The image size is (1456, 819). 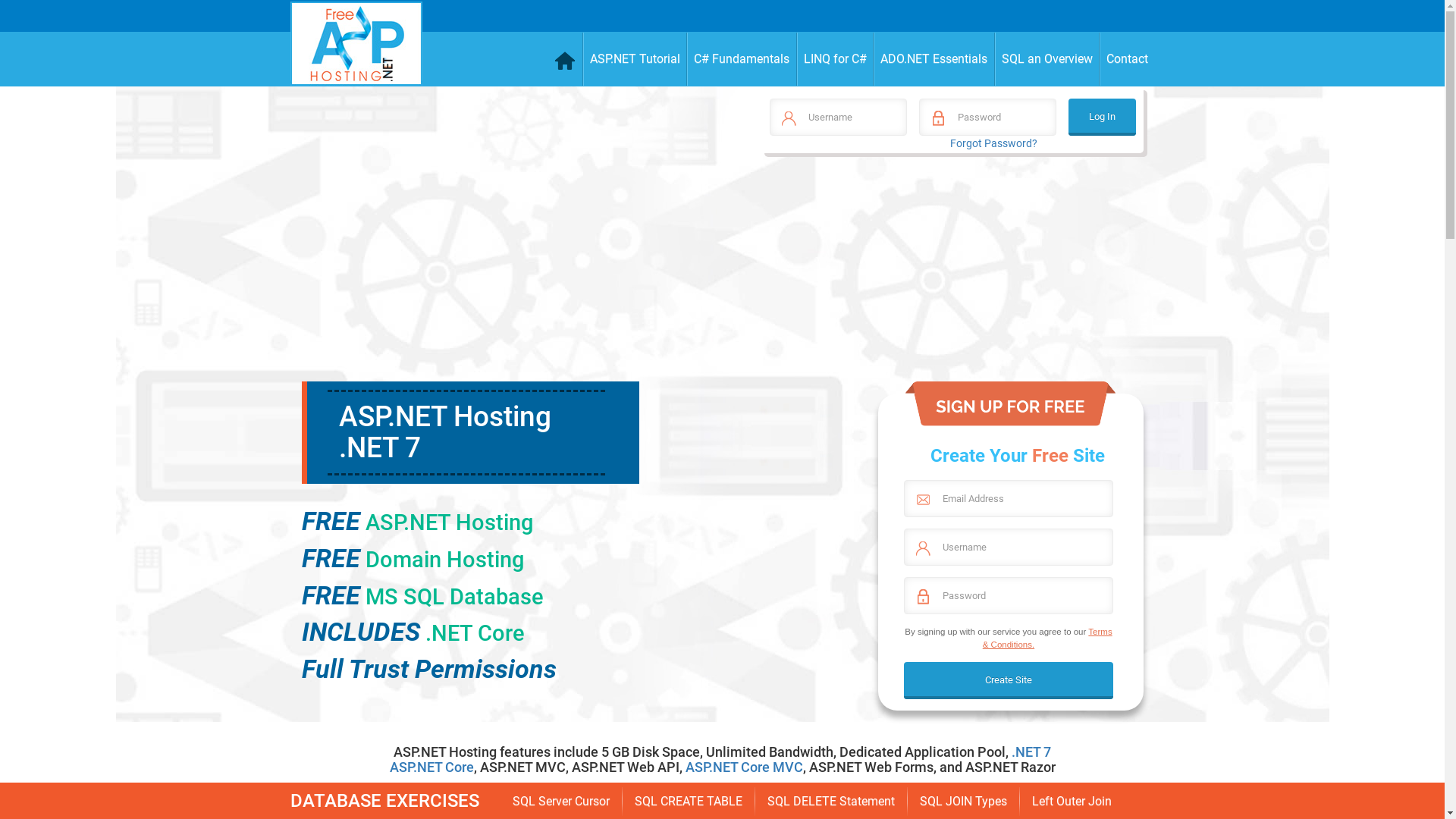 What do you see at coordinates (1127, 58) in the screenshot?
I see `'Contact'` at bounding box center [1127, 58].